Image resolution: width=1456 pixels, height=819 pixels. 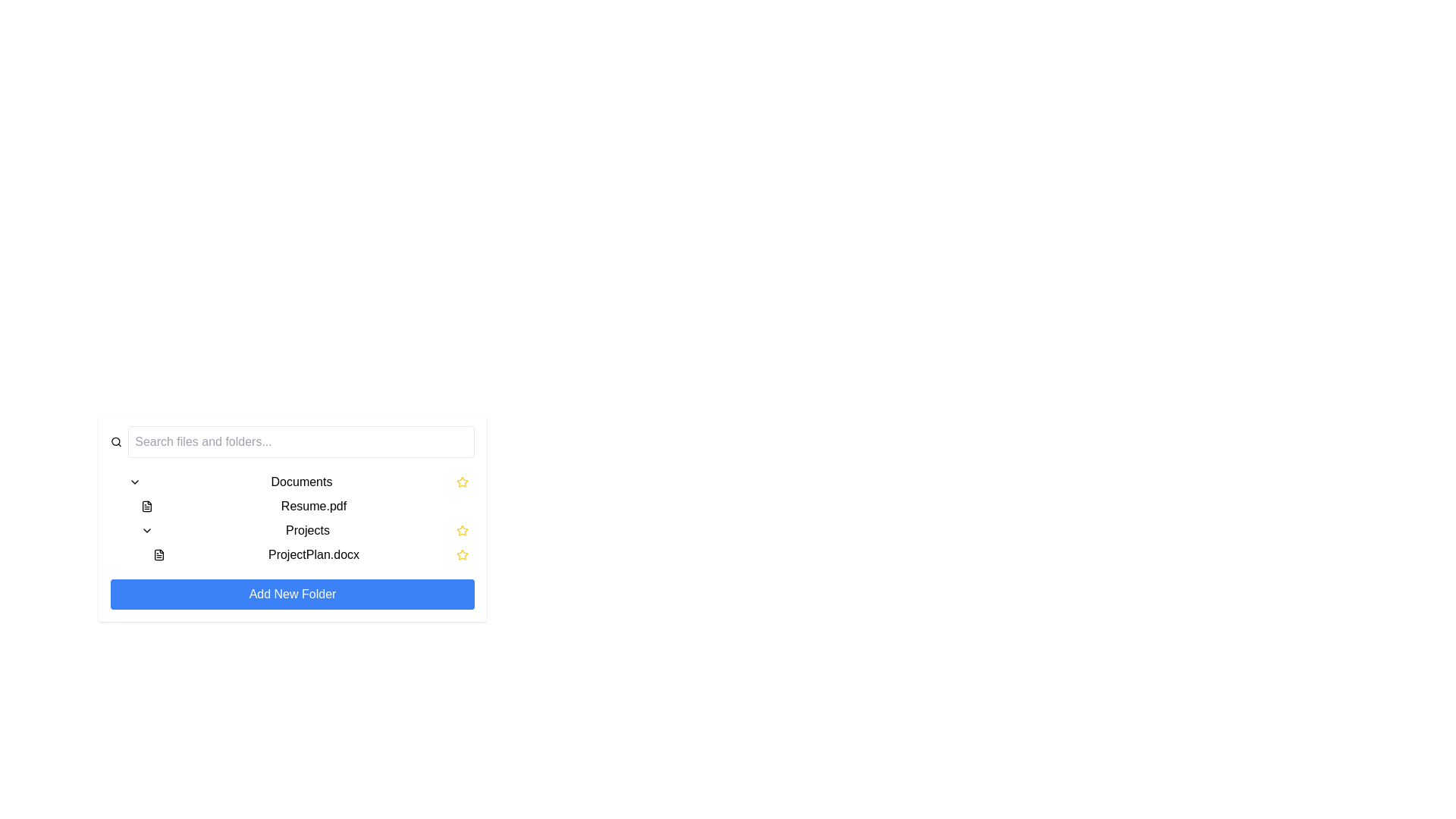 What do you see at coordinates (115, 441) in the screenshot?
I see `the circular element of the search icon located to the left of the search input field containing the placeholder text 'Search files and folders...'` at bounding box center [115, 441].